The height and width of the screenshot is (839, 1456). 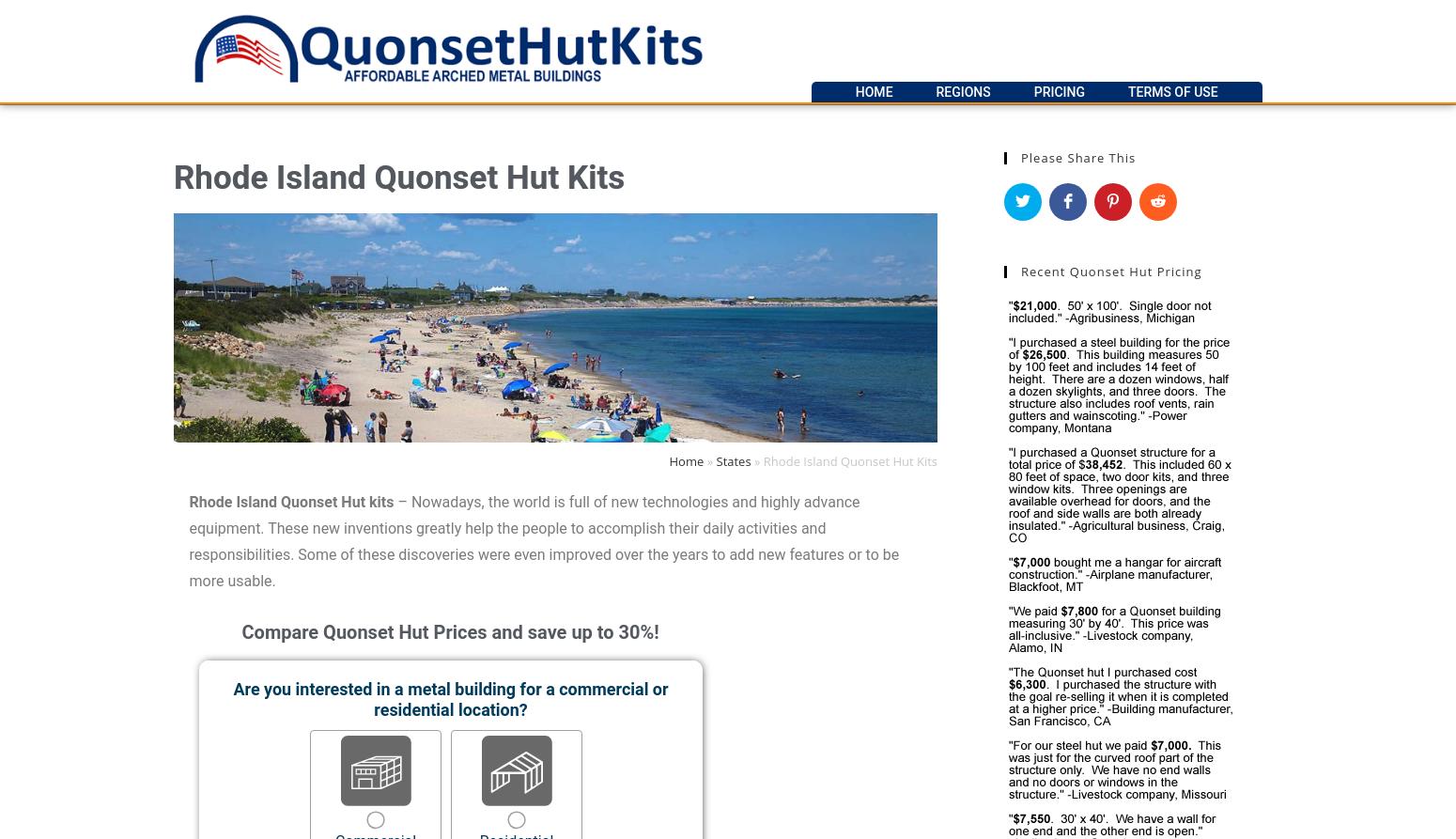 What do you see at coordinates (188, 539) in the screenshot?
I see `'– Nowadays, the world is full of new technologies and highly advance equipment. These new inventions greatly help the people to accomplish their daily activities and responsibilities. Some of these discoveries were even improved over the years to add new features or to be more usable.'` at bounding box center [188, 539].